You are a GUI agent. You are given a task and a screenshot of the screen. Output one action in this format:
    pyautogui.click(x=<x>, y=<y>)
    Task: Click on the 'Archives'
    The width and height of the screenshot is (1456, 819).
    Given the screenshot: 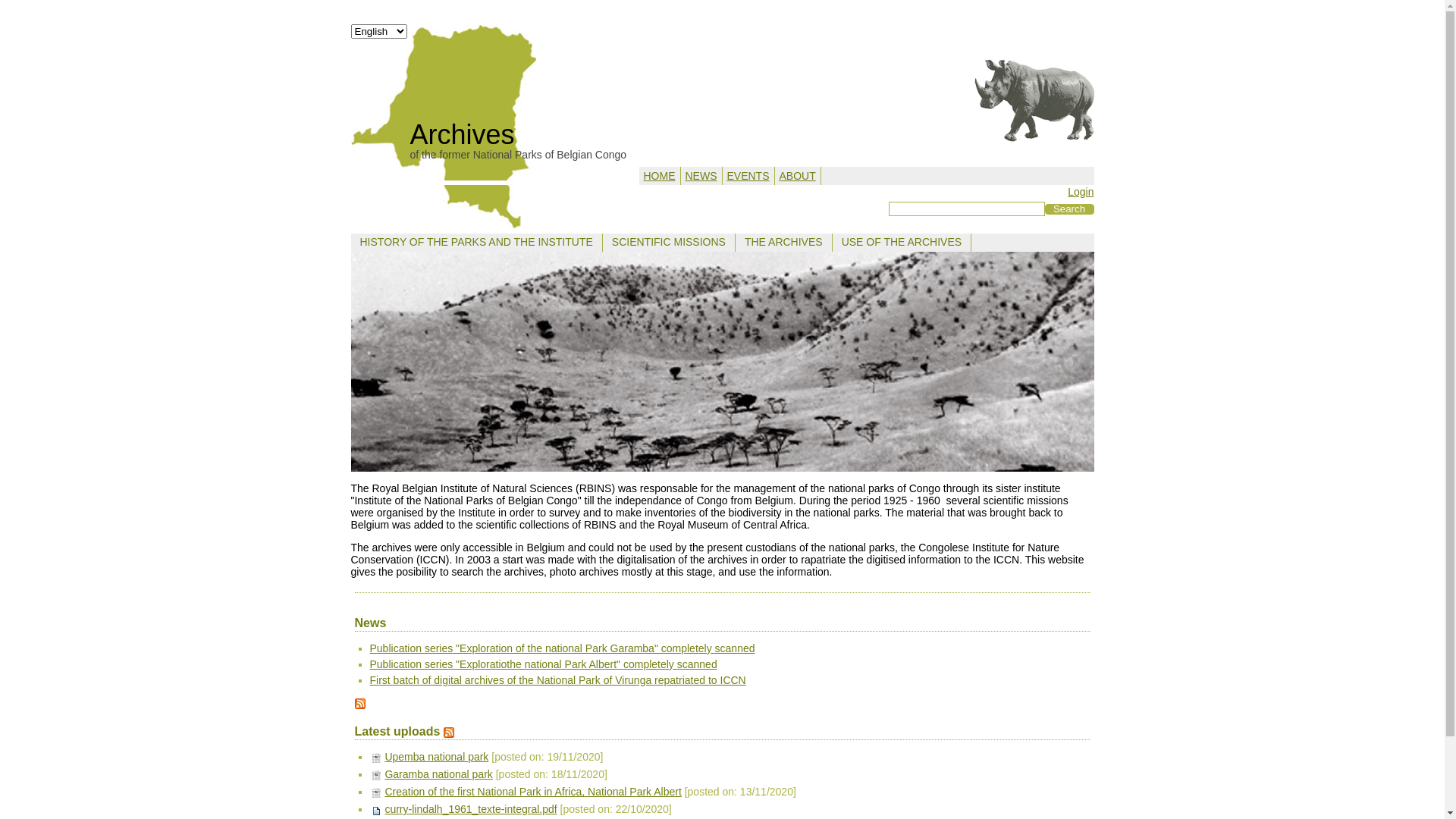 What is the action you would take?
    pyautogui.click(x=461, y=133)
    